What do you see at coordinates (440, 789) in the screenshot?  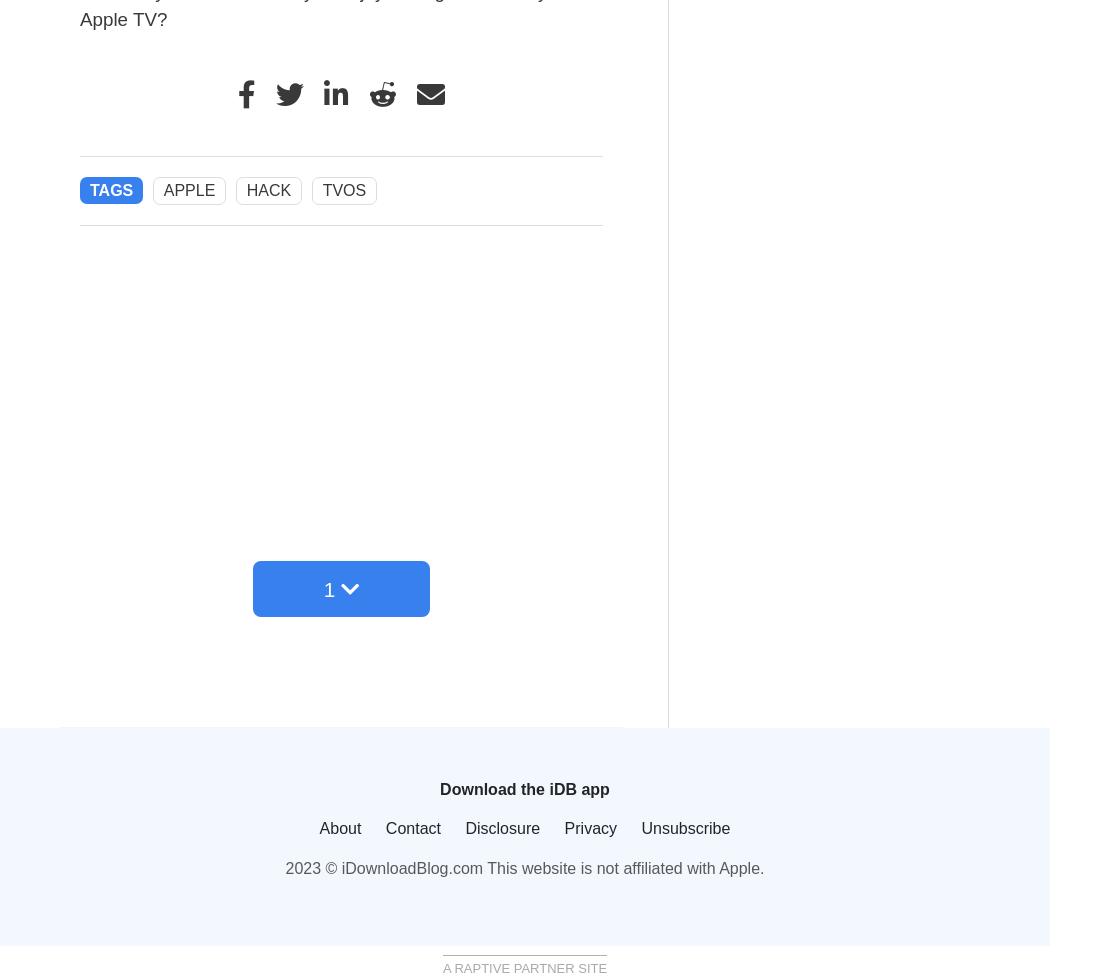 I see `'Download the iDB app'` at bounding box center [440, 789].